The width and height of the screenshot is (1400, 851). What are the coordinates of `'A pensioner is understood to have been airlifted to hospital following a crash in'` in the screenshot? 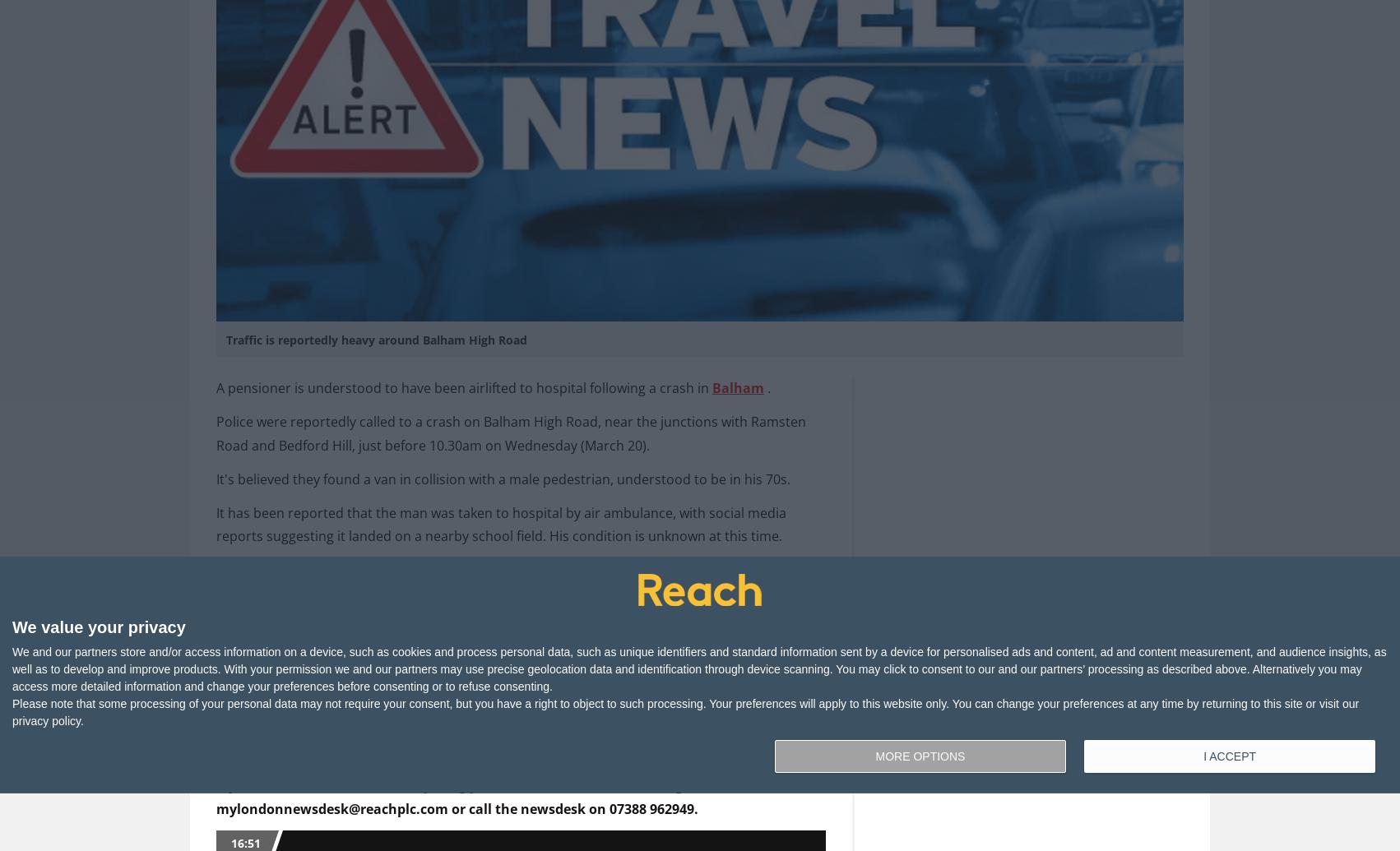 It's located at (463, 387).